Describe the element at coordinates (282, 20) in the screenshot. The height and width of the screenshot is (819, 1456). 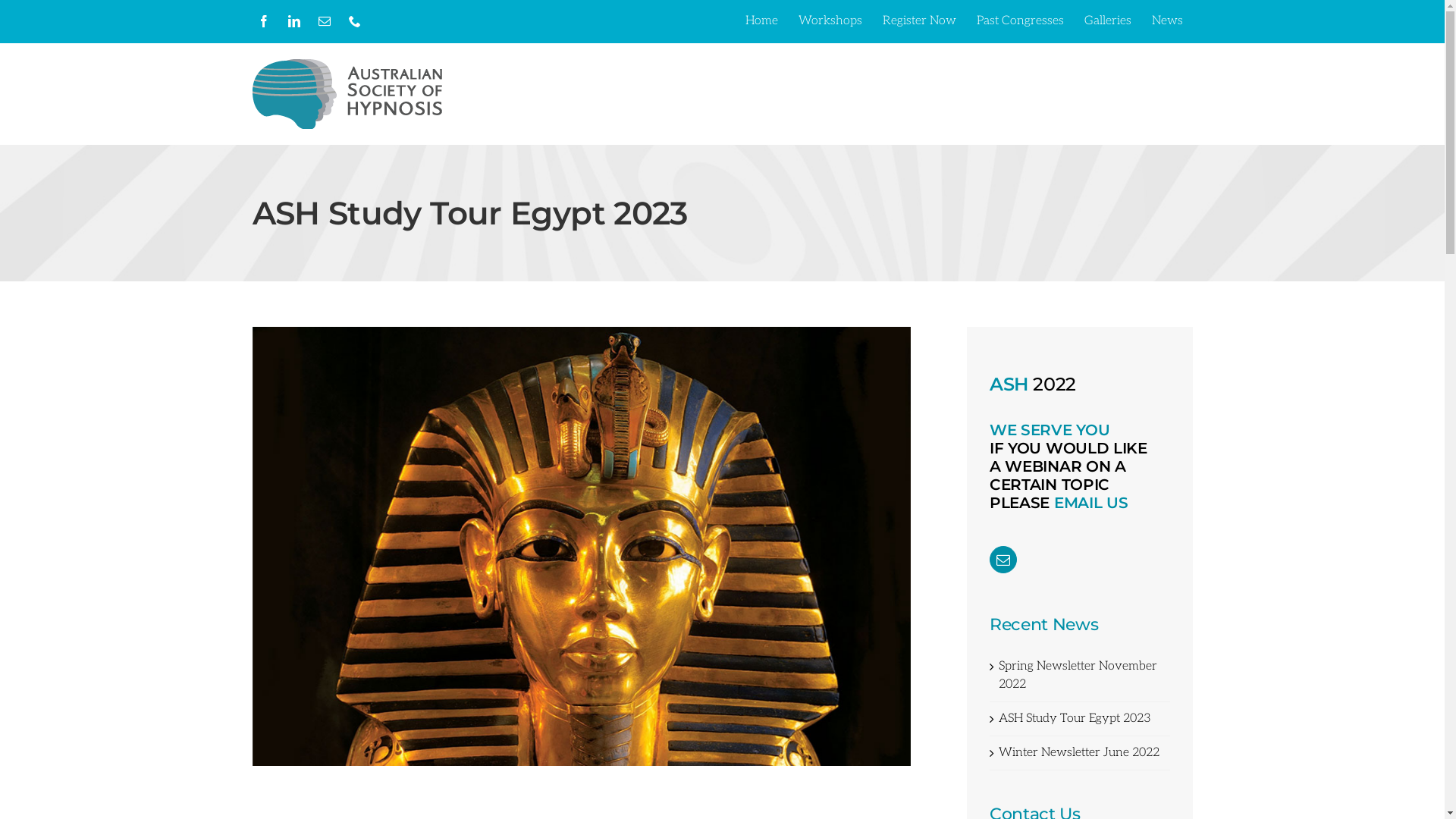
I see `'LinkedIn'` at that location.